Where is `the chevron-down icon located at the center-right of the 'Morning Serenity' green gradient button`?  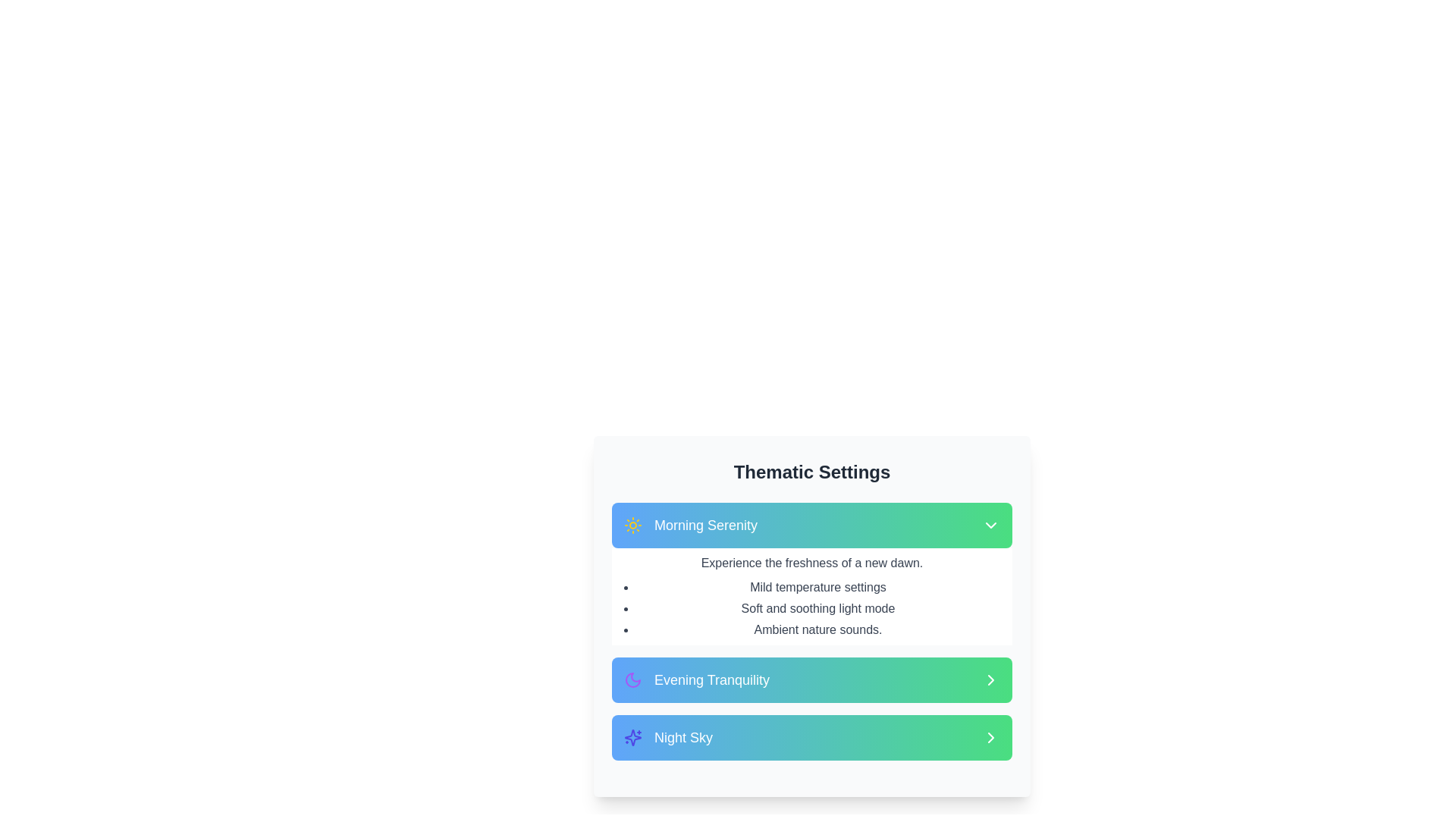 the chevron-down icon located at the center-right of the 'Morning Serenity' green gradient button is located at coordinates (990, 525).